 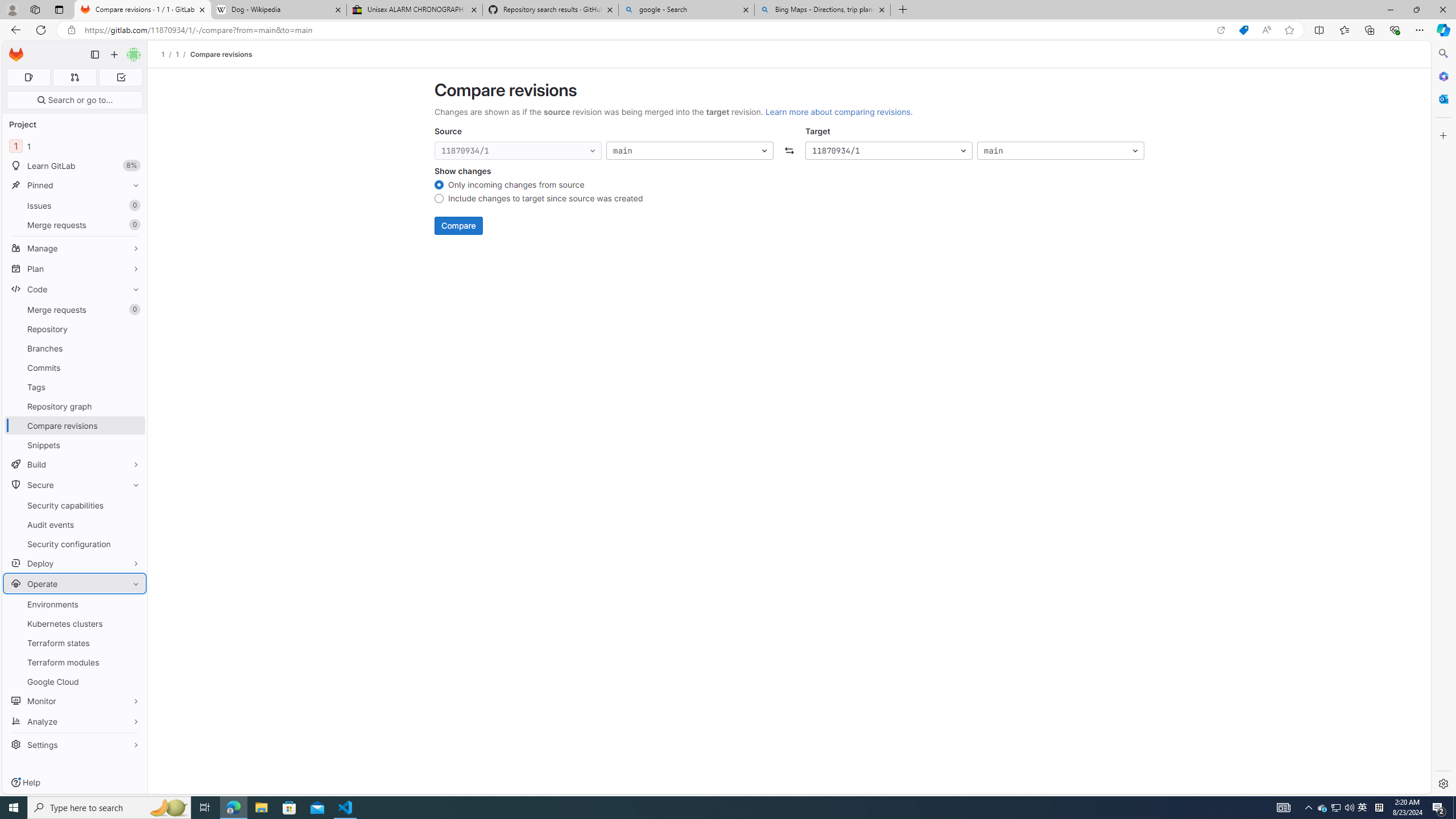 What do you see at coordinates (133, 681) in the screenshot?
I see `'Pin Google Cloud'` at bounding box center [133, 681].